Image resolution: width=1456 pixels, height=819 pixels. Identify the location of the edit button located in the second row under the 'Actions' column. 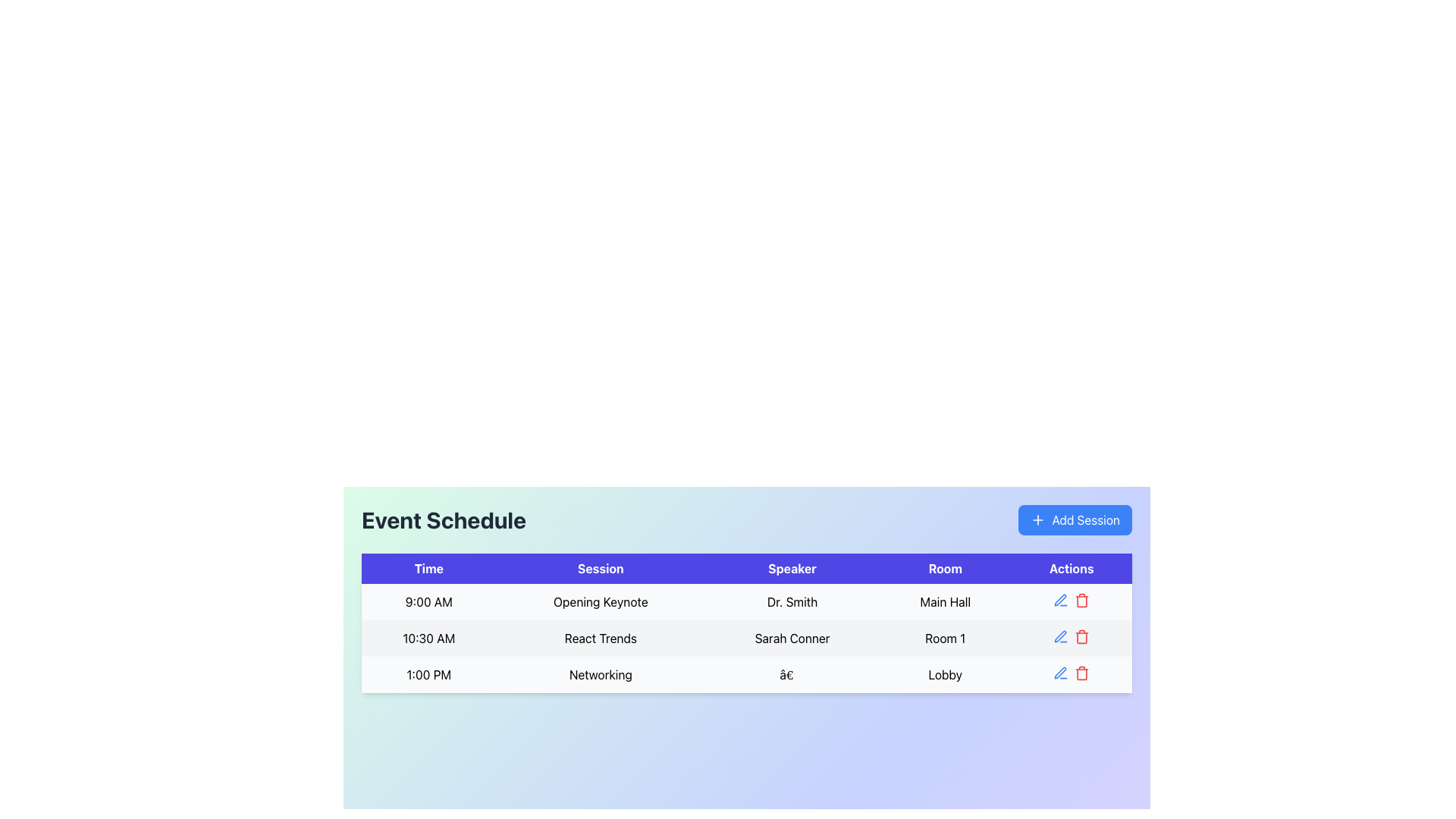
(1060, 637).